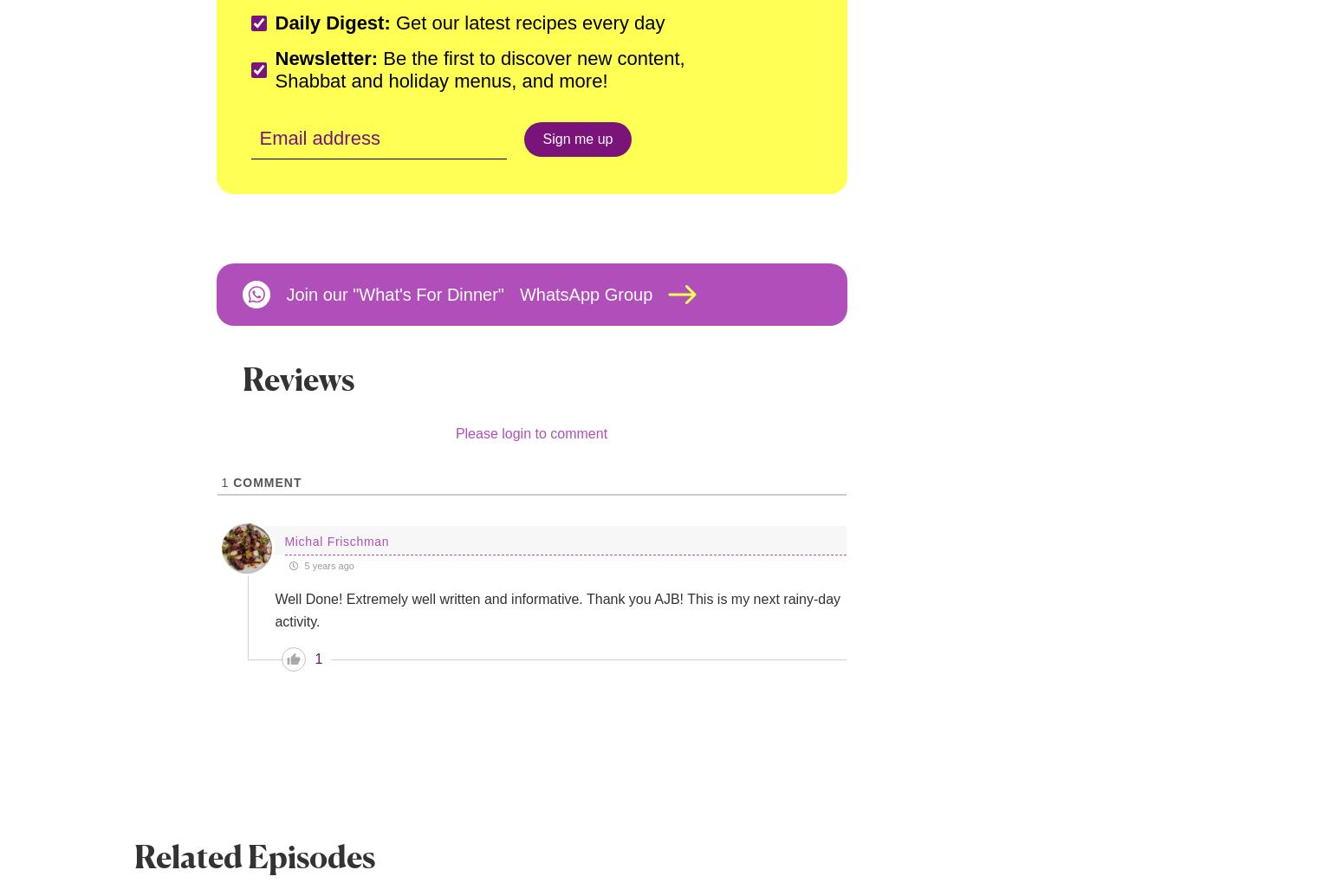  I want to click on 'Daily Digest:', so click(331, 23).